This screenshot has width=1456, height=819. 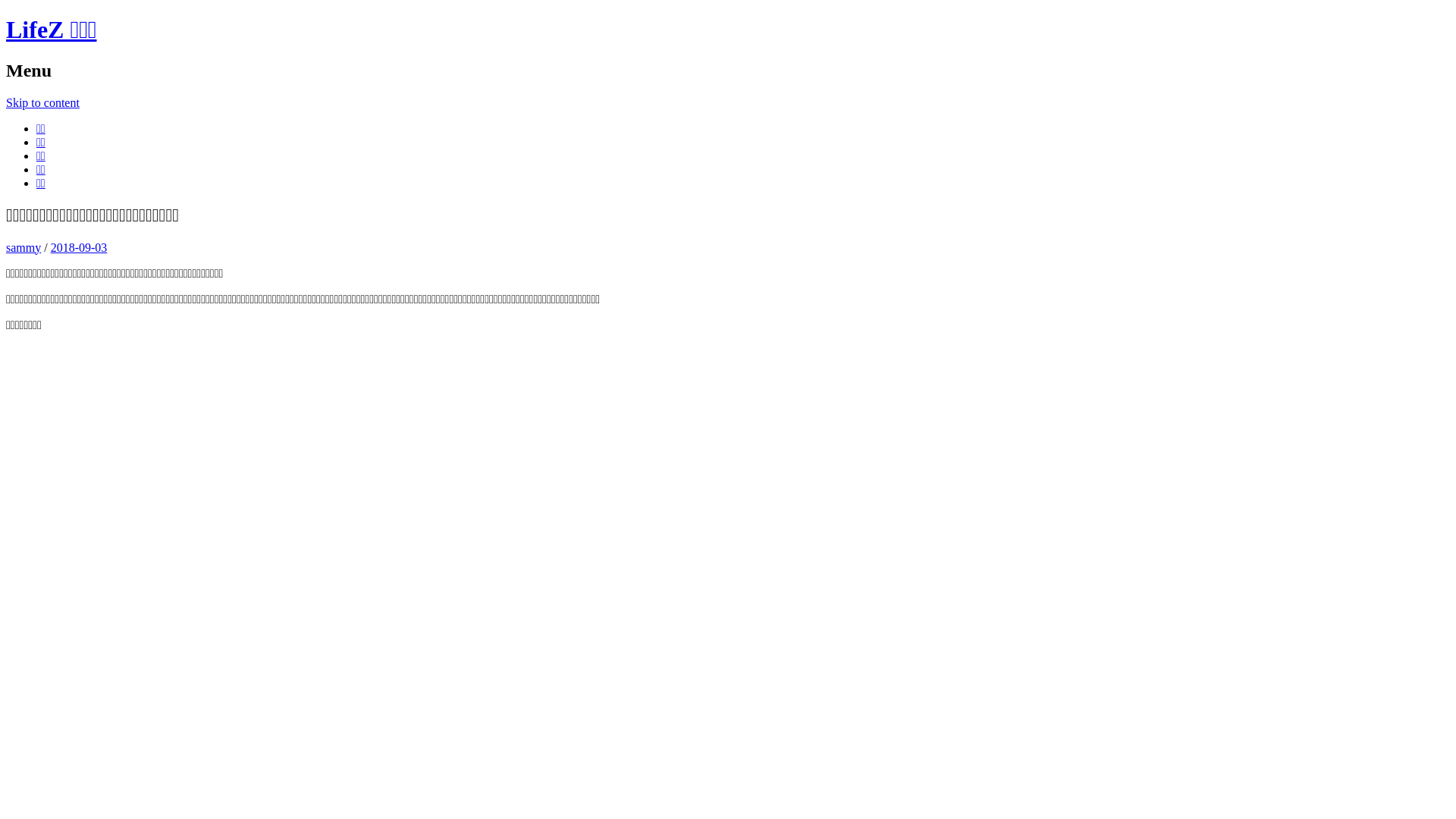 I want to click on 'Skip to content', so click(x=42, y=102).